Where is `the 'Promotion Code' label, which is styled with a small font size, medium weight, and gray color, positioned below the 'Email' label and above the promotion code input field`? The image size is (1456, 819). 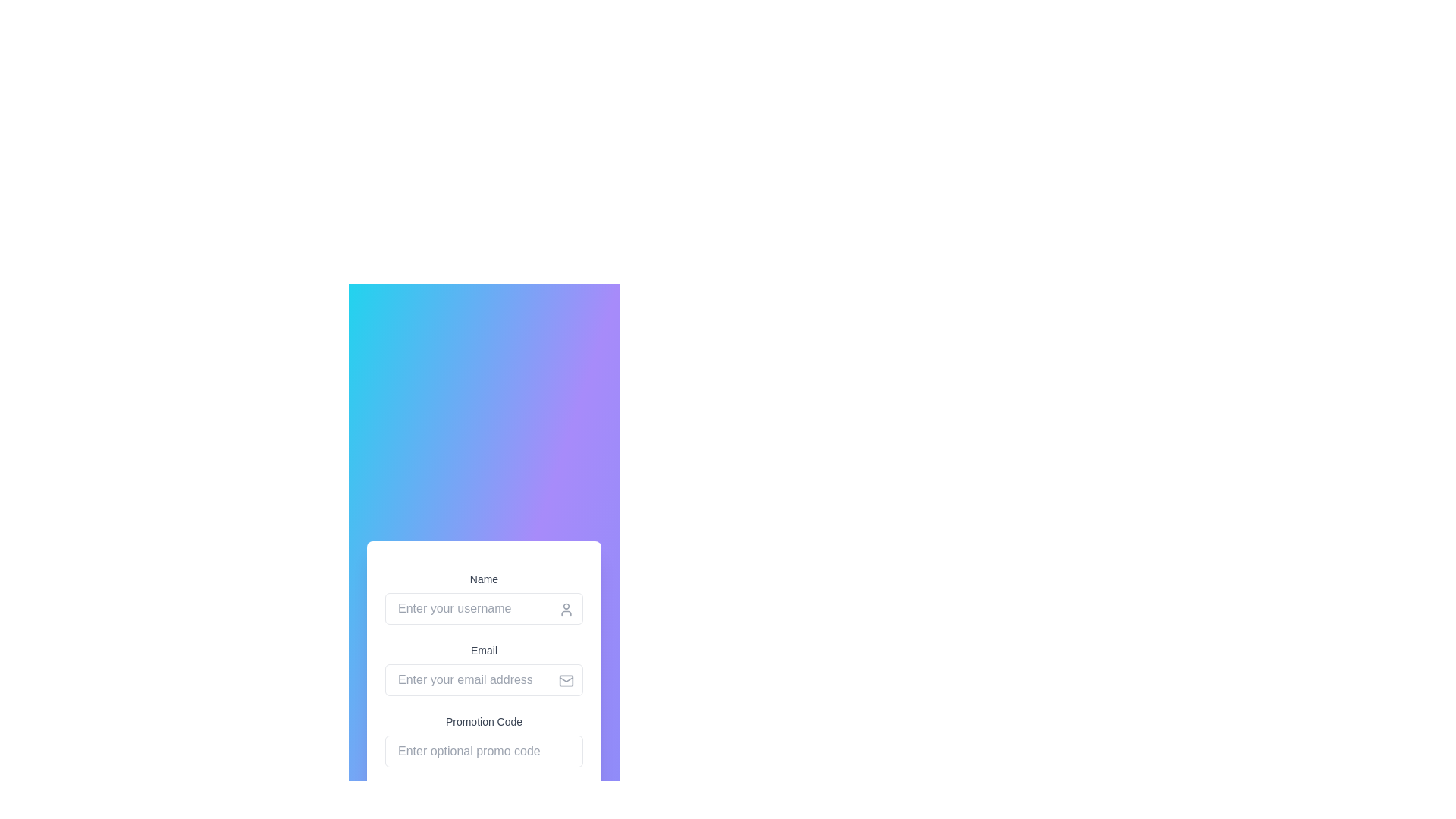
the 'Promotion Code' label, which is styled with a small font size, medium weight, and gray color, positioned below the 'Email' label and above the promotion code input field is located at coordinates (483, 721).